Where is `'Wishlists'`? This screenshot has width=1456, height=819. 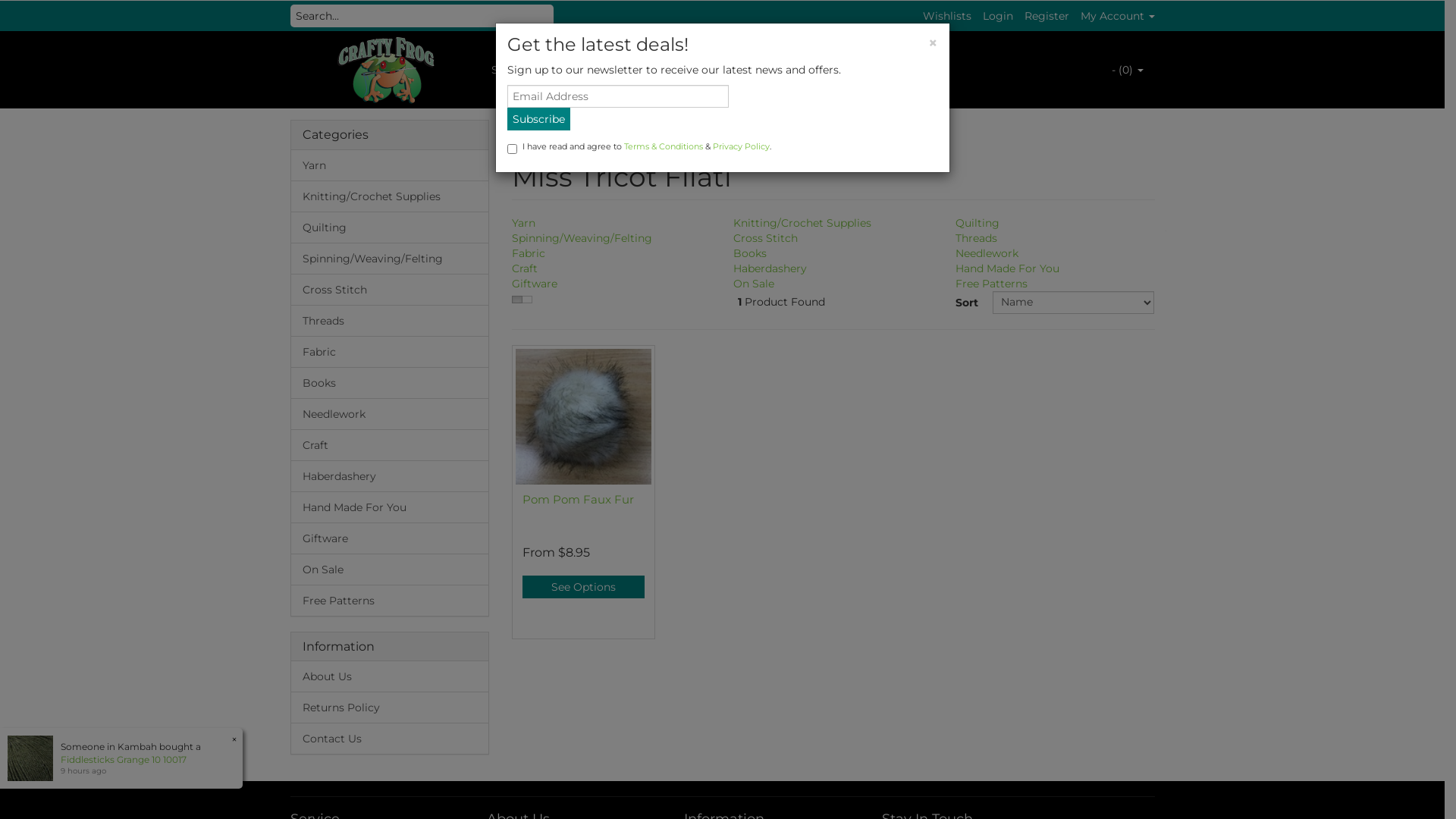 'Wishlists' is located at coordinates (946, 15).